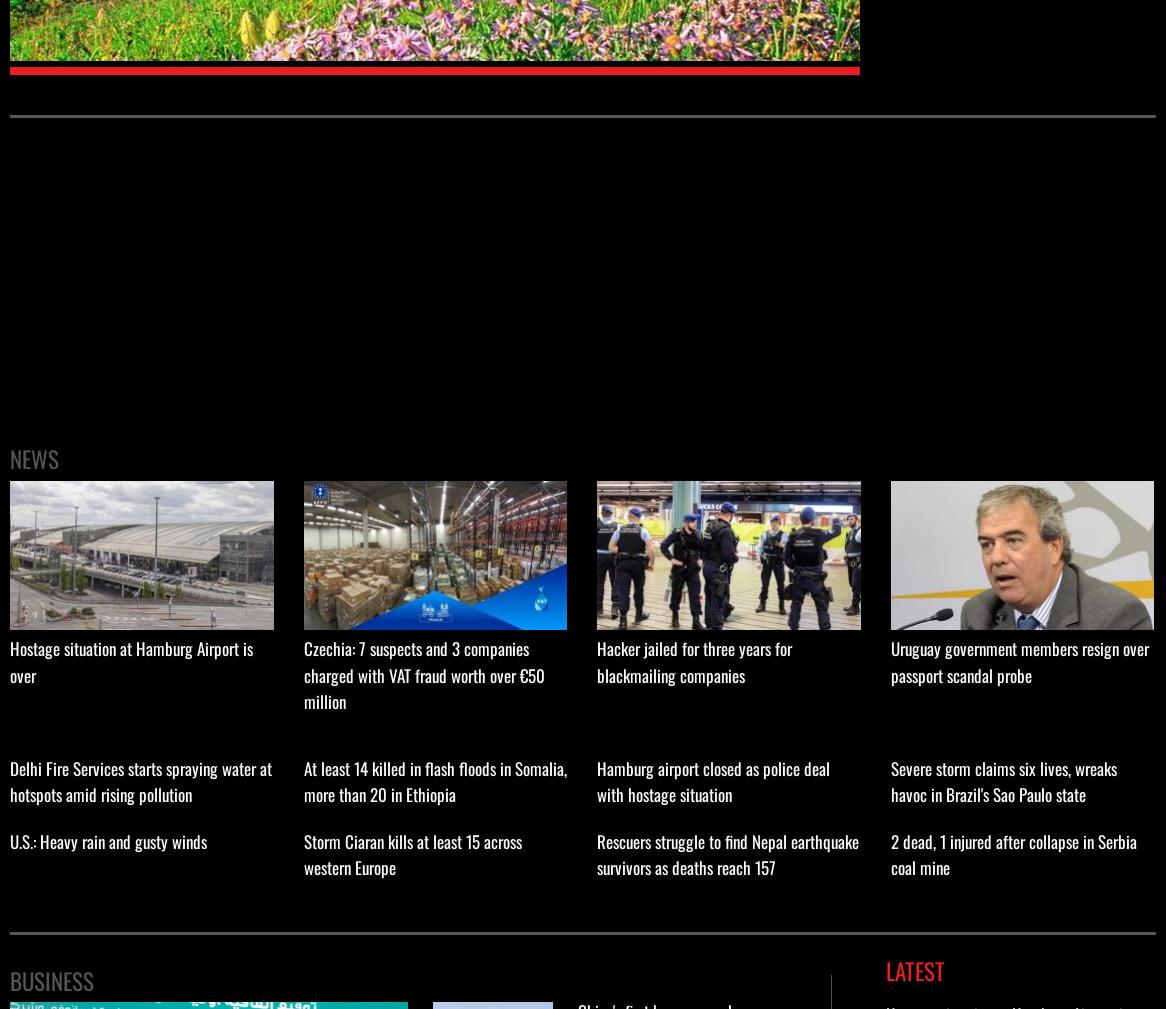 The width and height of the screenshot is (1166, 1009). What do you see at coordinates (410, 854) in the screenshot?
I see `'Storm Ciaran kills at least 15 across western Europe'` at bounding box center [410, 854].